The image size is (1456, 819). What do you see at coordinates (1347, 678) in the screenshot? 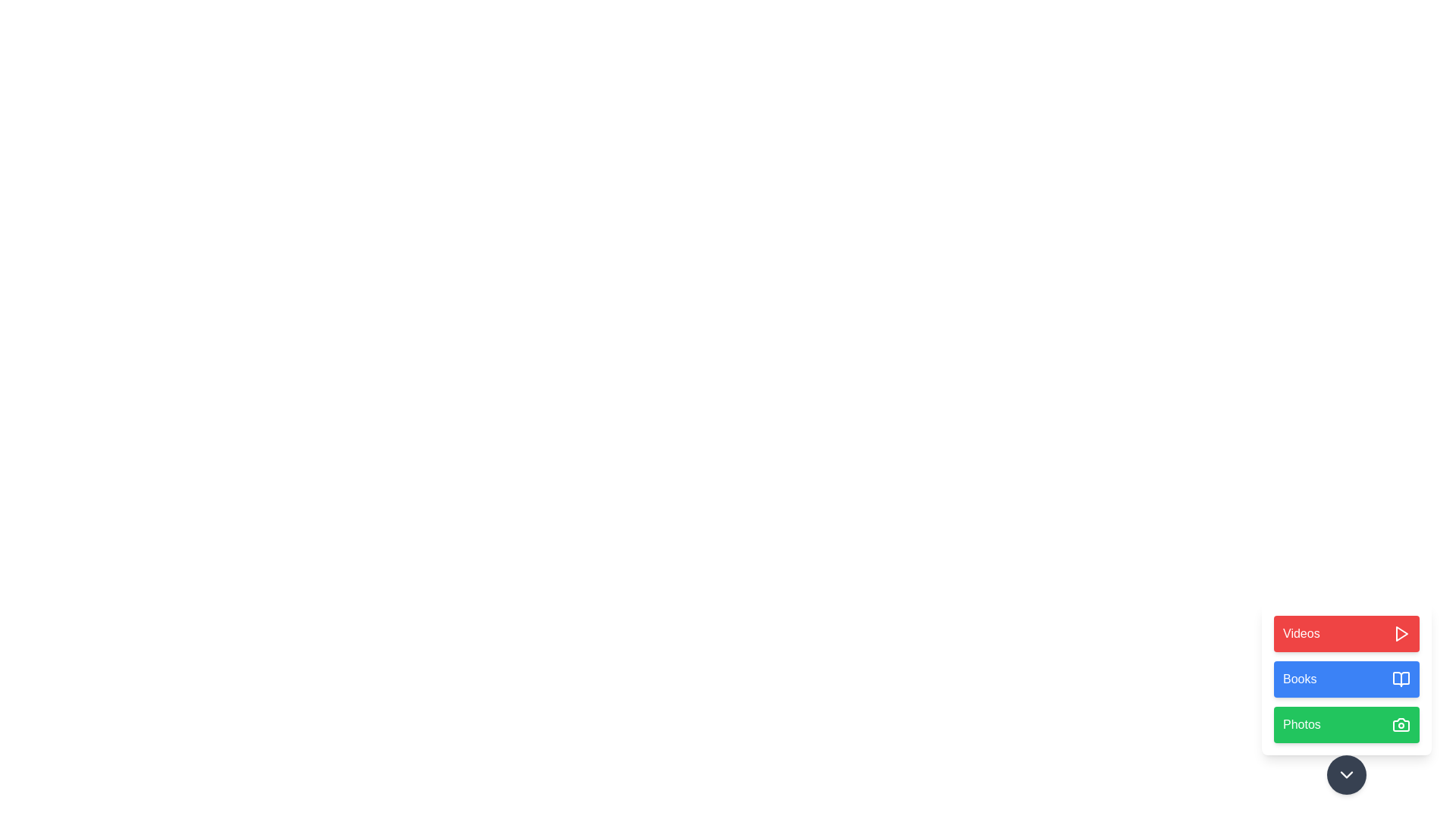
I see `'Books' button to activate the action` at bounding box center [1347, 678].